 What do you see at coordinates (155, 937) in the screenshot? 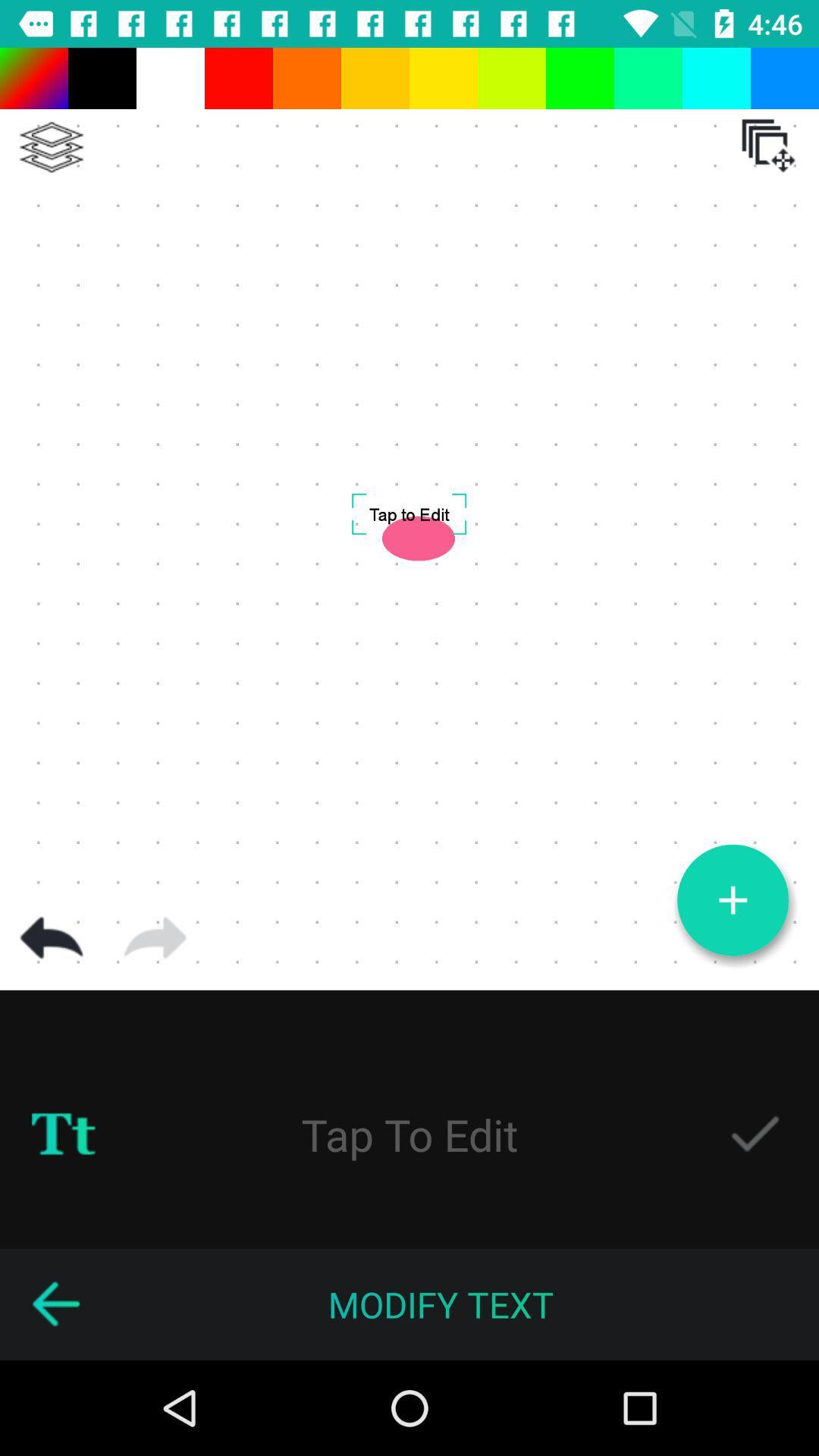
I see `the arrow_forward icon` at bounding box center [155, 937].